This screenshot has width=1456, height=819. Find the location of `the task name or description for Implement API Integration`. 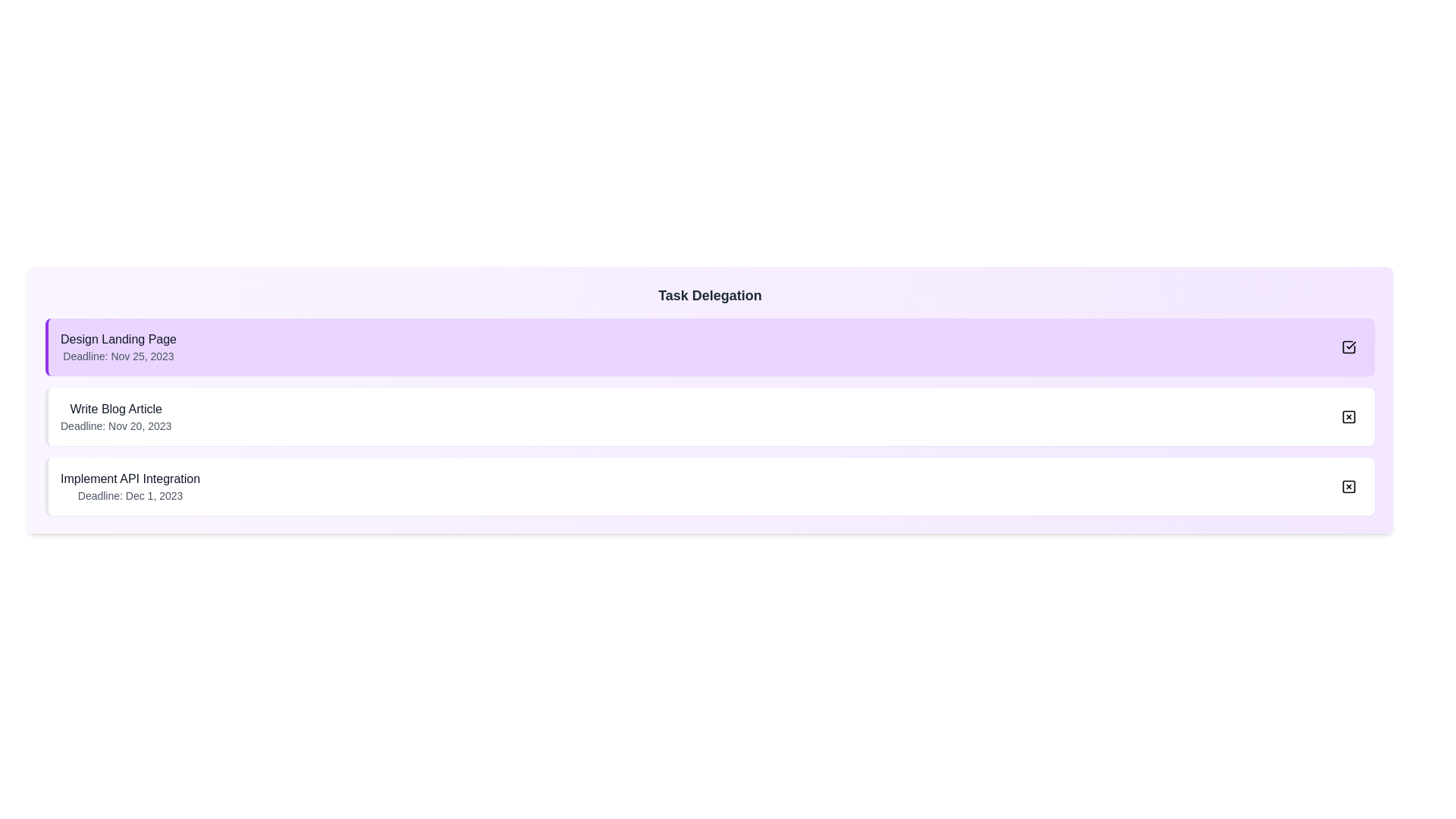

the task name or description for Implement API Integration is located at coordinates (130, 486).